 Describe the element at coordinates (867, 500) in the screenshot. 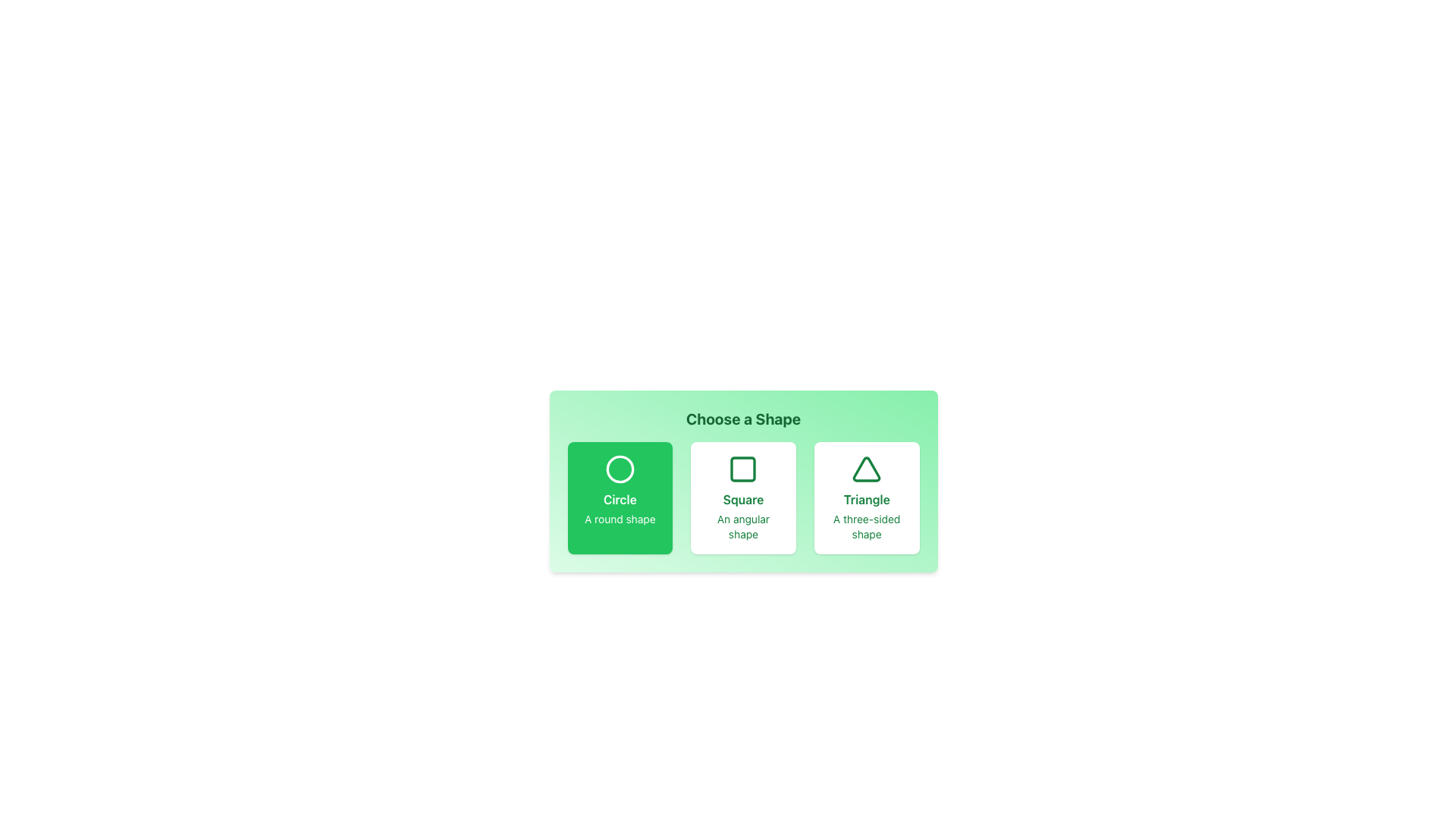

I see `the text element displaying 'Triangle' in bold green color, located in the rightmost card under the header 'Choose a Shape'` at that location.